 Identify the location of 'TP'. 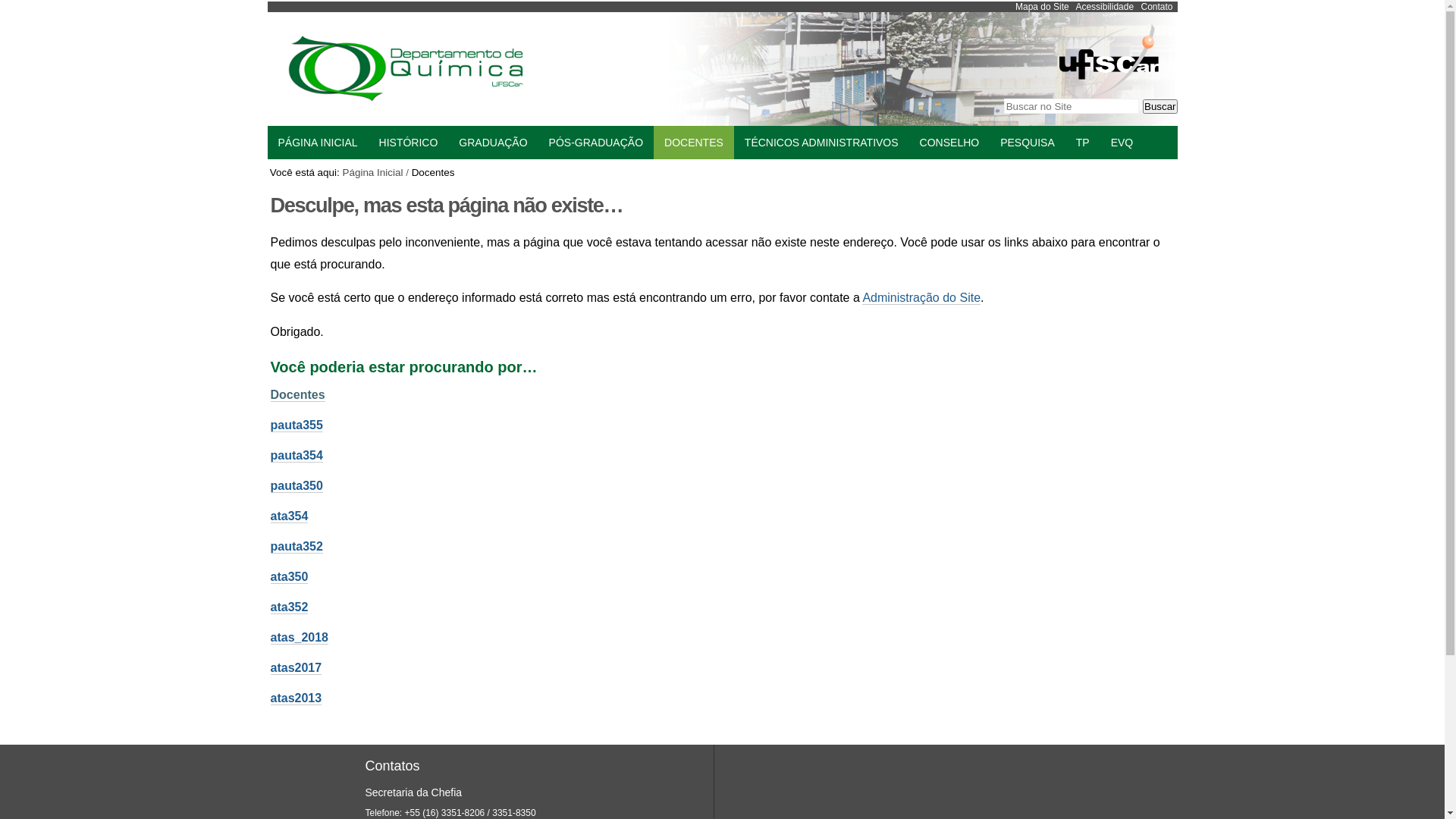
(1082, 143).